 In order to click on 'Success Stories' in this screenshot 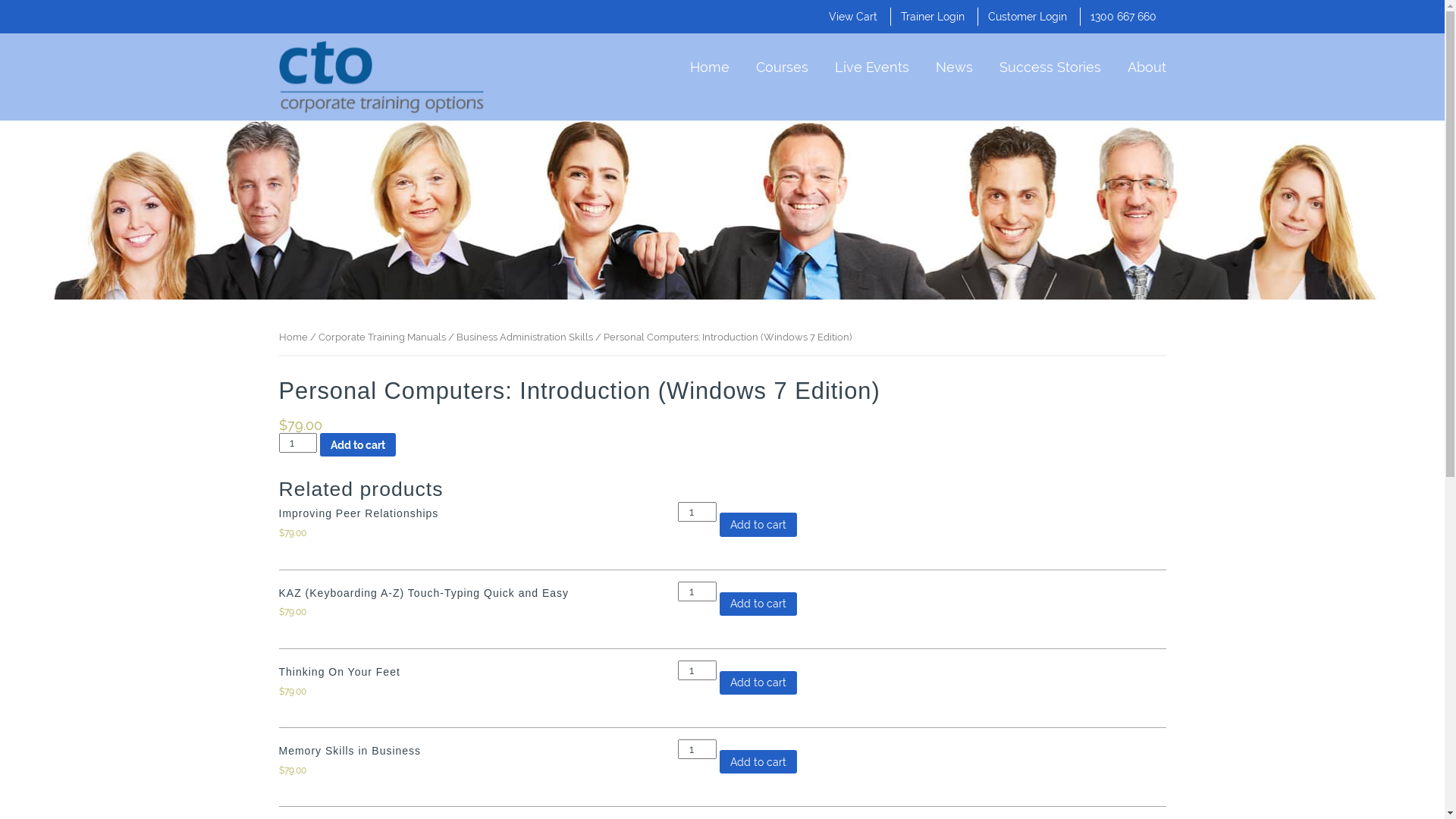, I will do `click(1050, 64)`.